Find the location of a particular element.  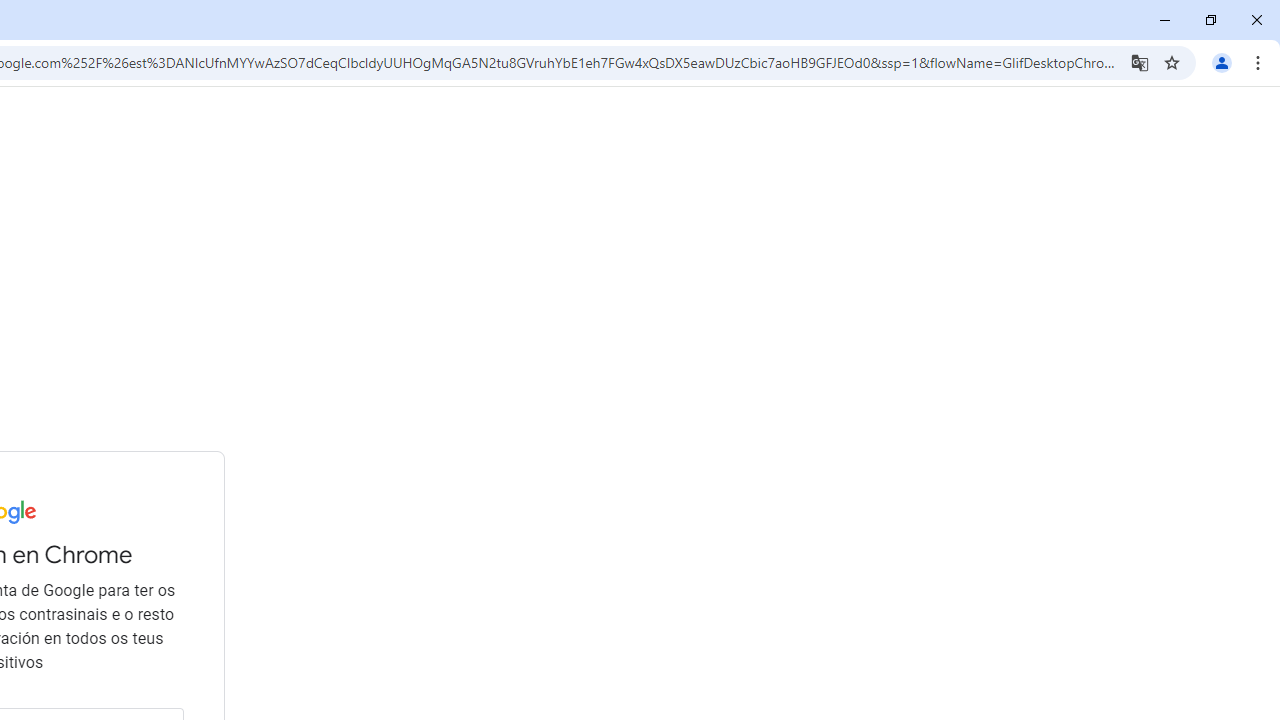

'You' is located at coordinates (1220, 61).